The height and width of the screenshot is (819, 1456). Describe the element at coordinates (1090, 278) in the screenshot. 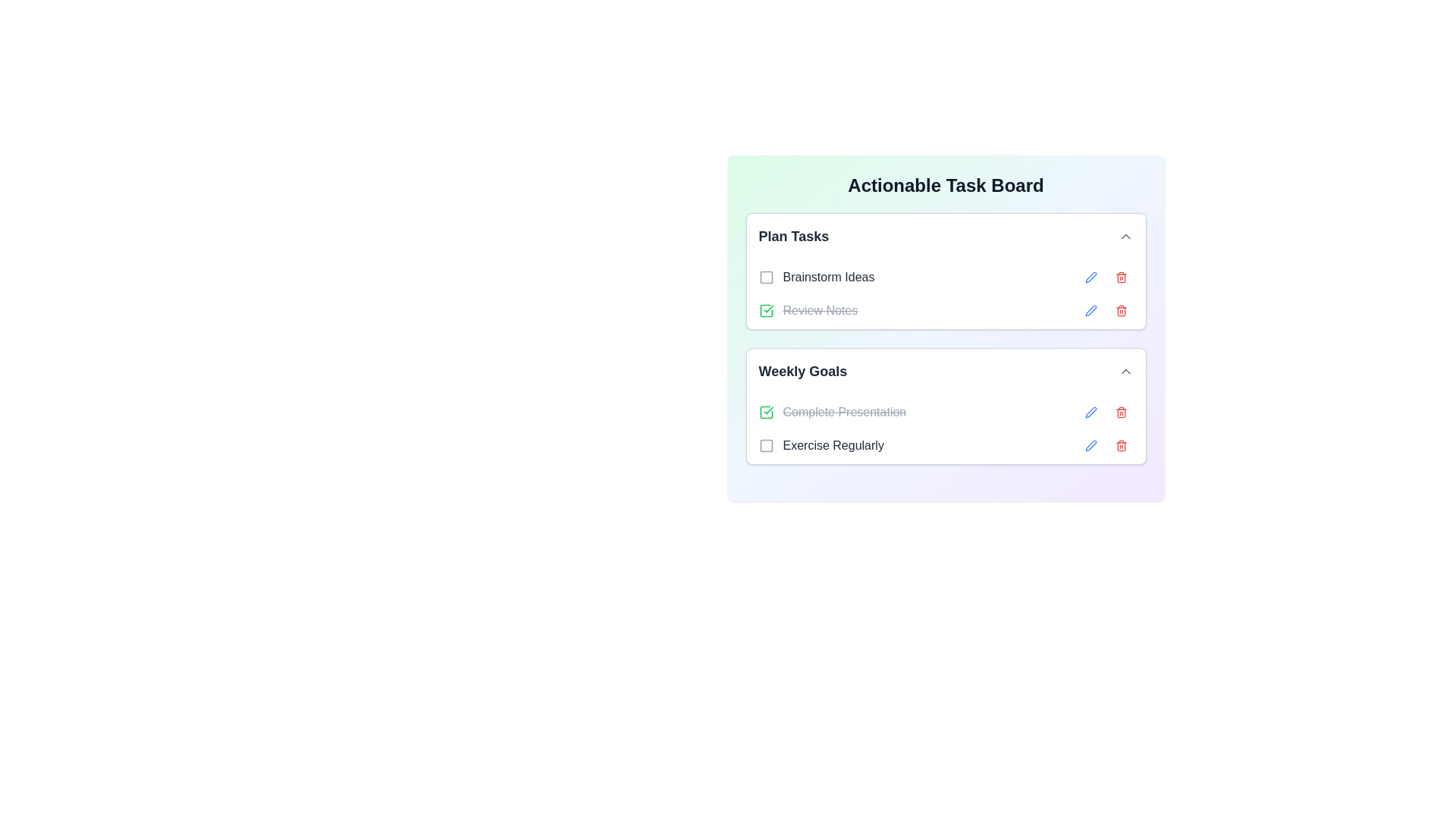

I see `the edit icon, which resembles a pen or pencil, located inside the first task item 'Brainstorm Ideas' in the 'Plan Tasks' category` at that location.